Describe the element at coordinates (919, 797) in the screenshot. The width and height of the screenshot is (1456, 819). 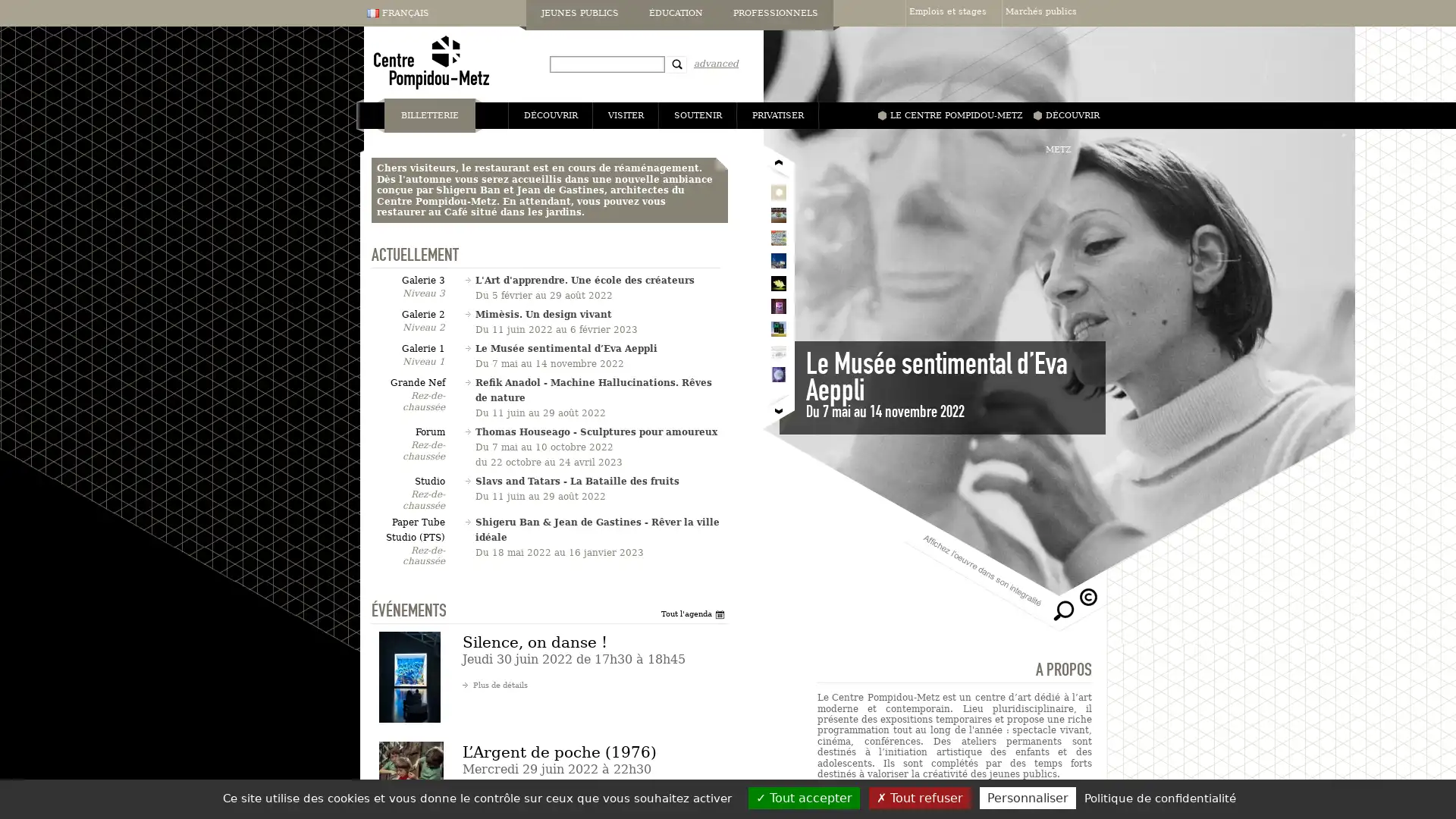
I see `Tout refuser` at that location.